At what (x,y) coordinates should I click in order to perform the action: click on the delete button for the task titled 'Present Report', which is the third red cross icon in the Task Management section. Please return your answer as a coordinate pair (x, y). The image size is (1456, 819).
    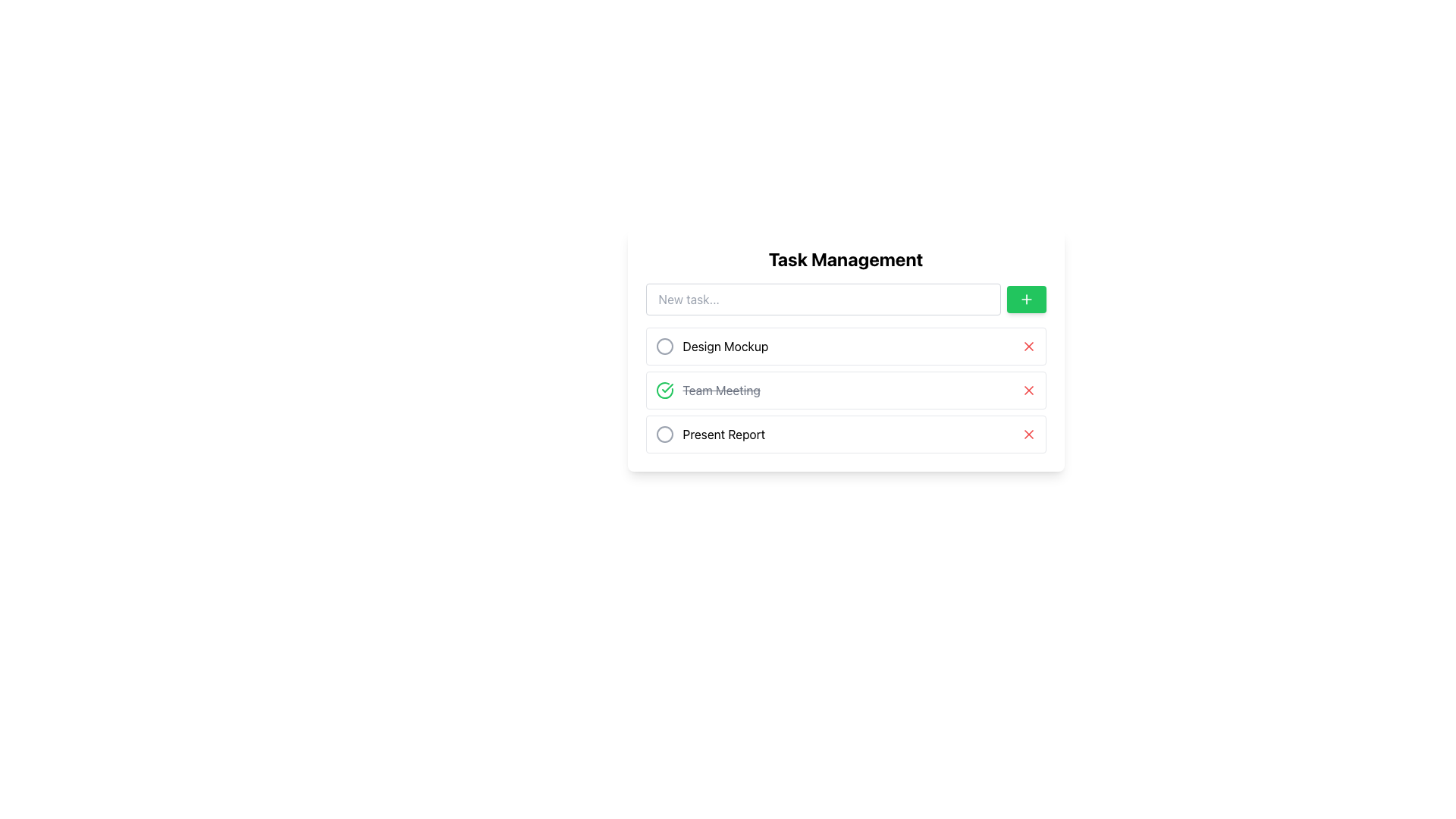
    Looking at the image, I should click on (1028, 435).